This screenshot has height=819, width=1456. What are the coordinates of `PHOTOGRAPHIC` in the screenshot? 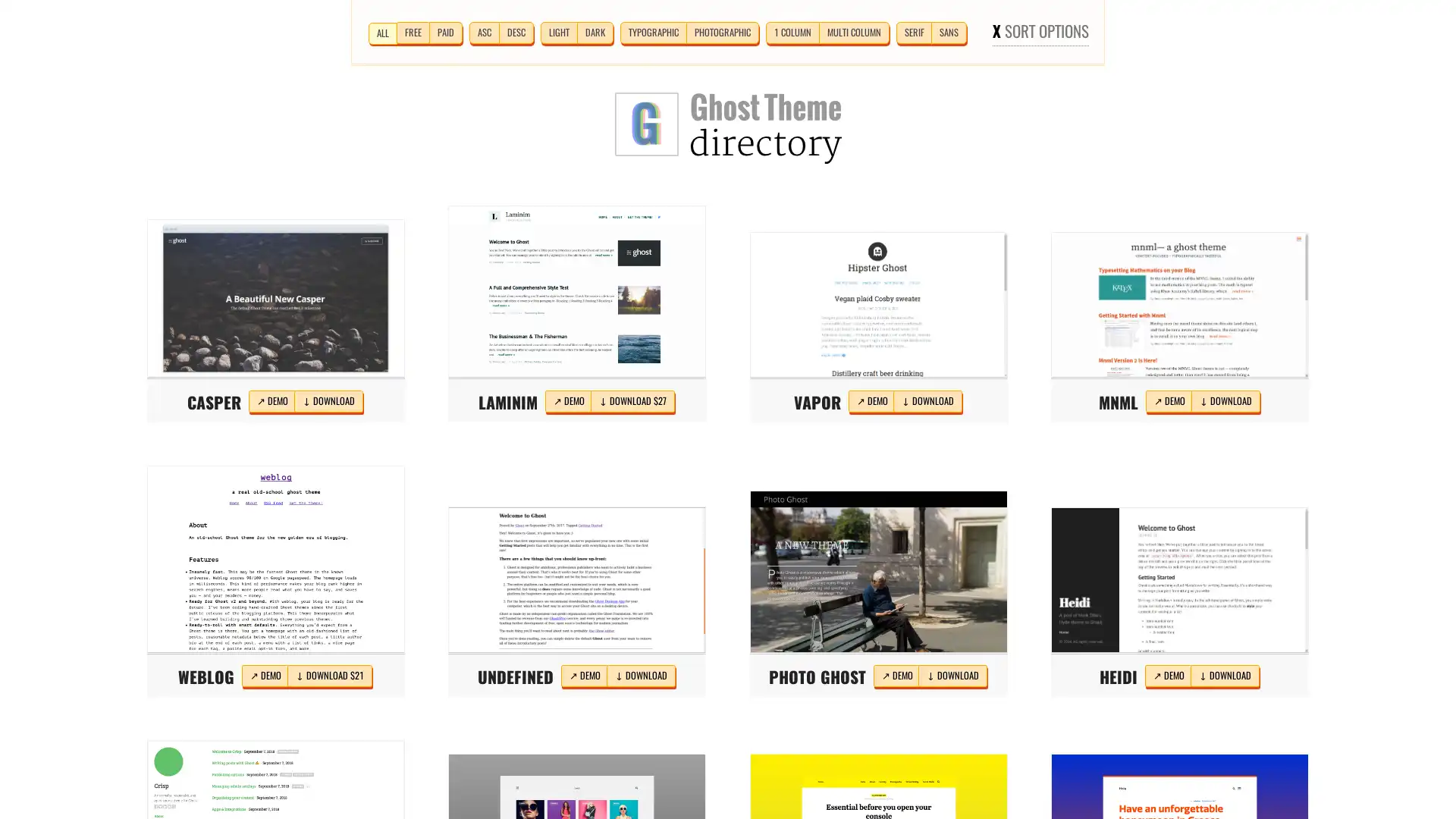 It's located at (720, 32).